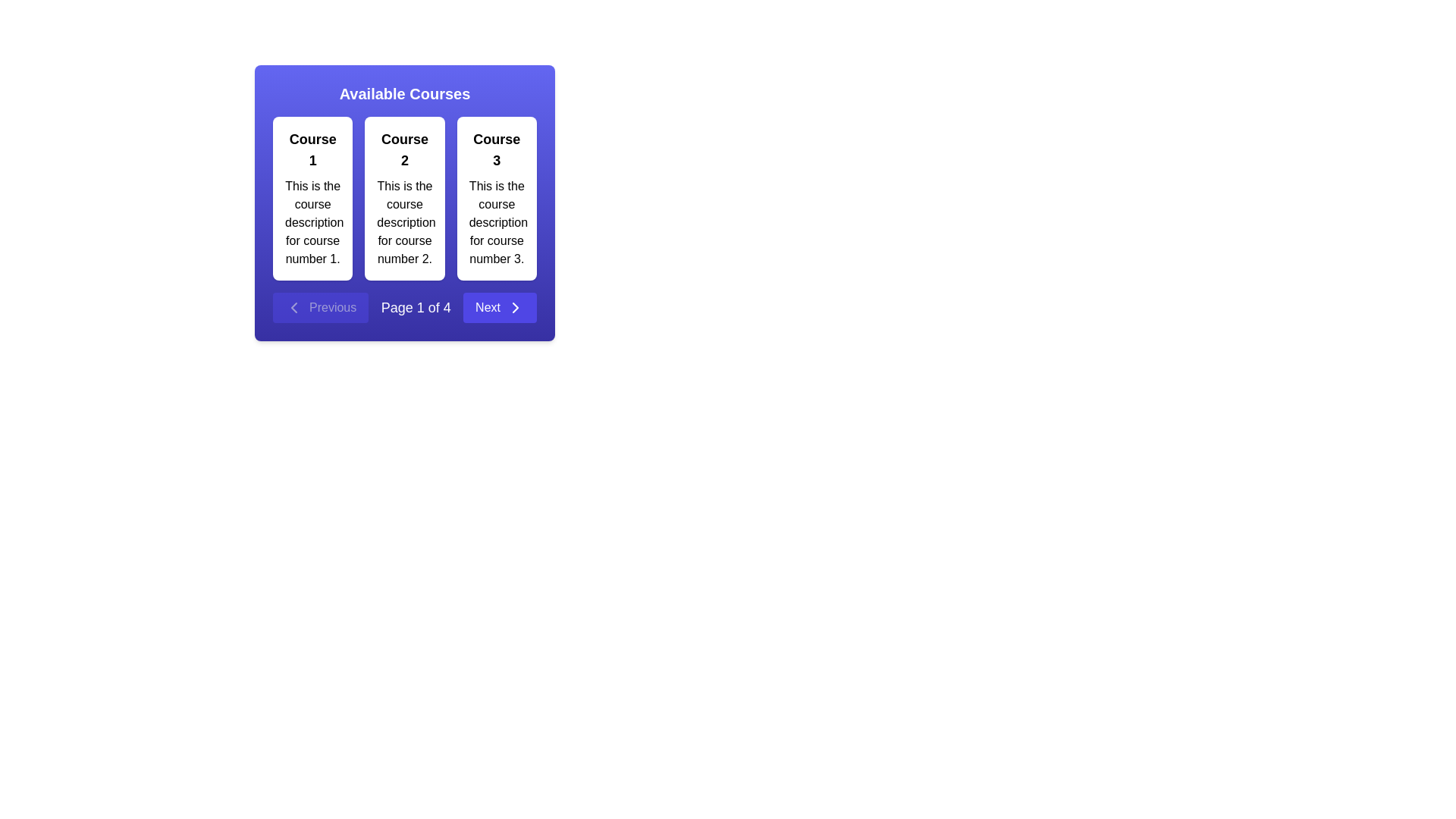  I want to click on the status indicator label located in the navigation bar at the bottom of the main card, which displays the current page and total number of pages, so click(416, 307).